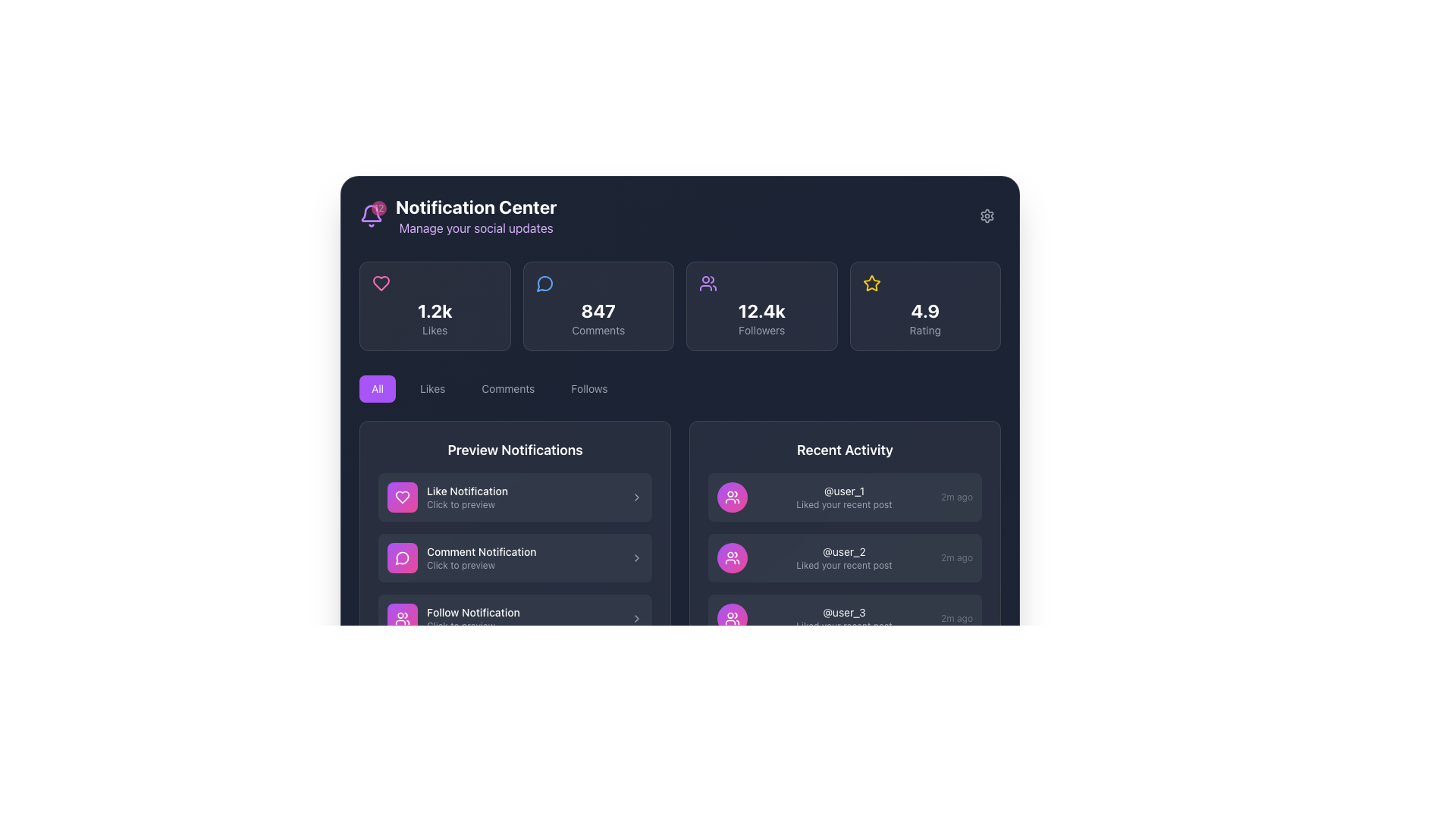  Describe the element at coordinates (679, 306) in the screenshot. I see `the Informational card displaying '12.4k Followers' located between '847 Comments' and '4.9 Rating' in the Notification Center` at that location.